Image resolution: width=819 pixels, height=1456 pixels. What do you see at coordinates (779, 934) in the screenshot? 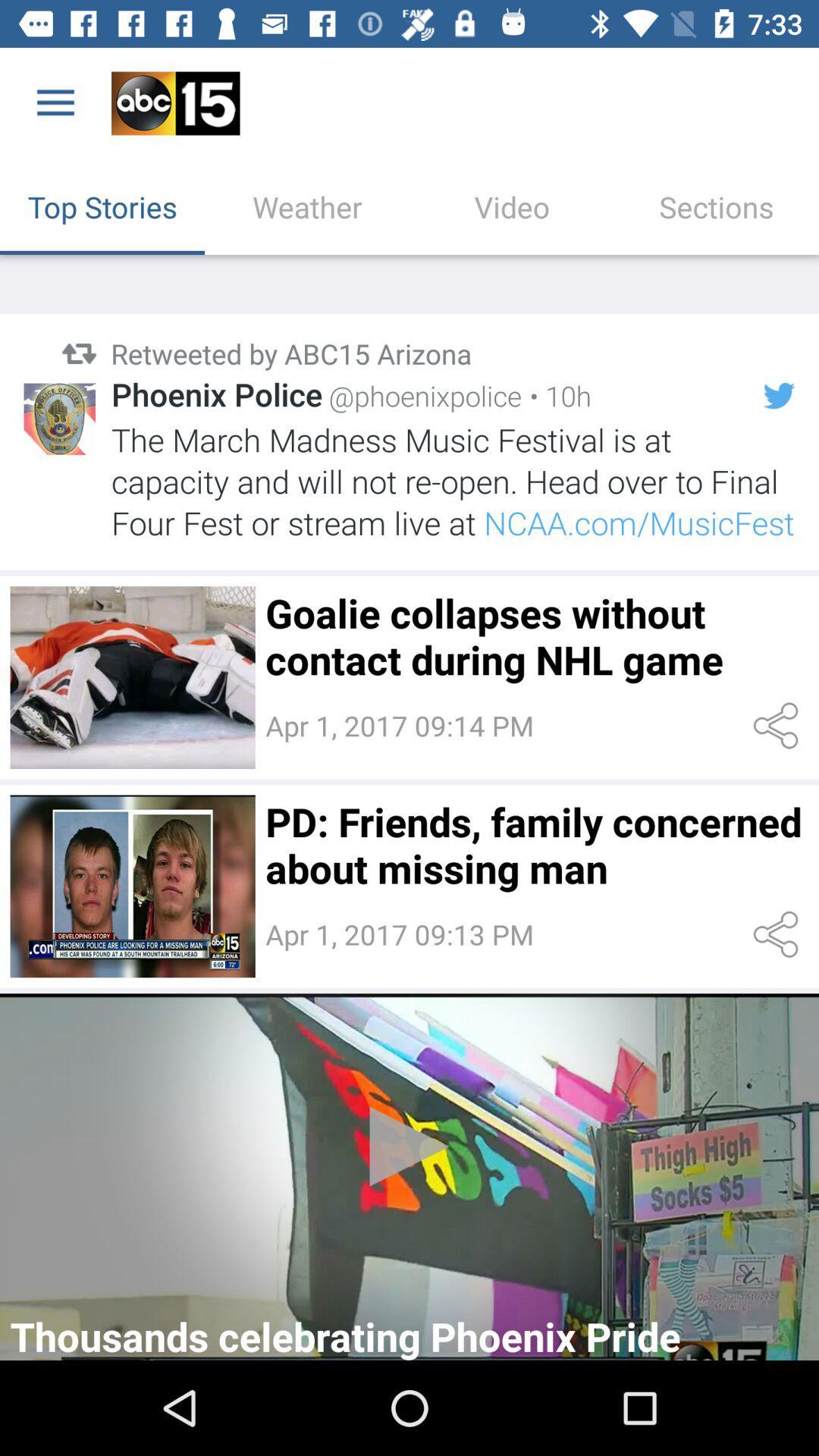
I see `share content` at bounding box center [779, 934].